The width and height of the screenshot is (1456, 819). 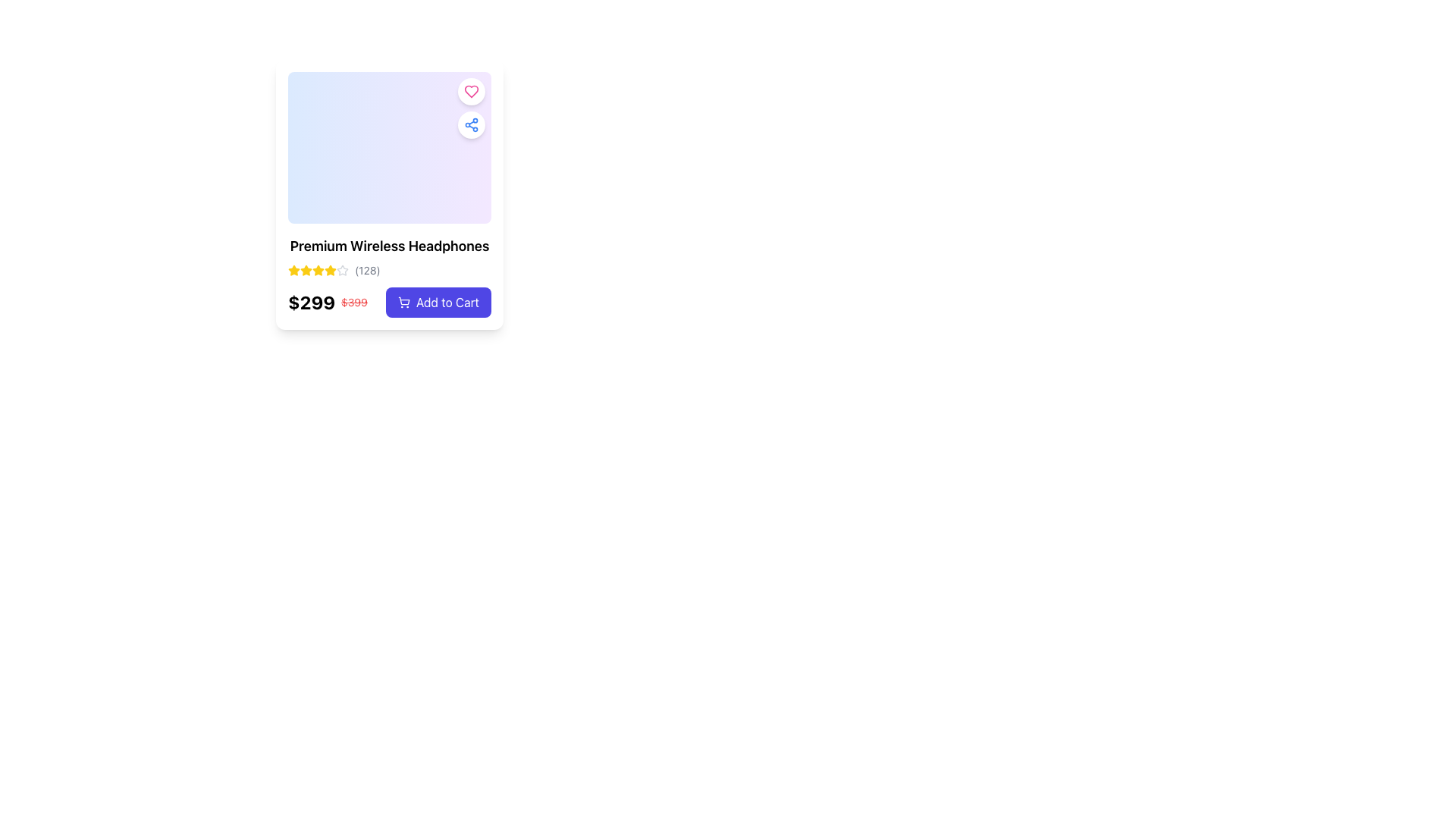 I want to click on the fourth yellow-colored filled star icon in the rating section below 'Premium Wireless Headphones', so click(x=318, y=270).